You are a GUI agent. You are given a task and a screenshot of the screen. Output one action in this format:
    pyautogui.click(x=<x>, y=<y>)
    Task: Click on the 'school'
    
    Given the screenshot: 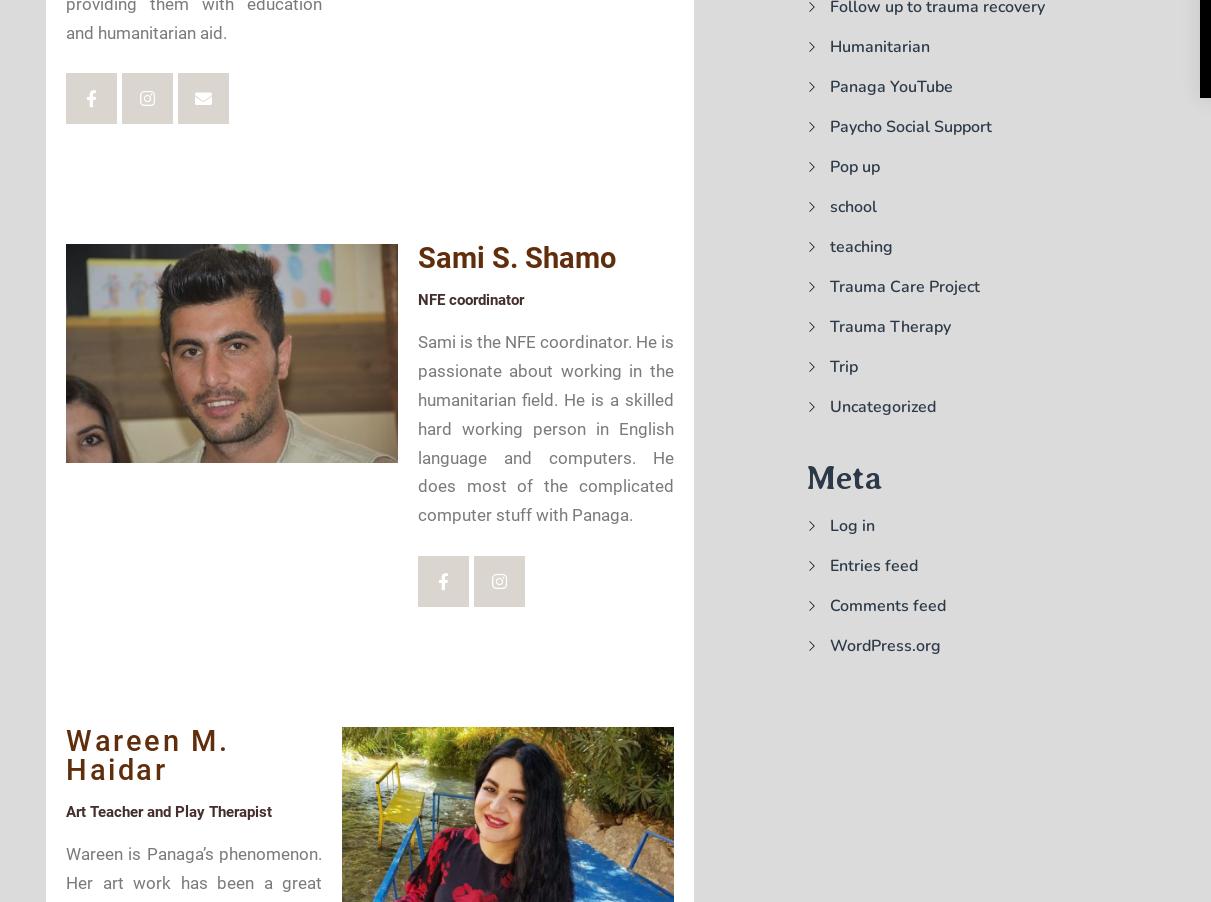 What is the action you would take?
    pyautogui.click(x=830, y=206)
    